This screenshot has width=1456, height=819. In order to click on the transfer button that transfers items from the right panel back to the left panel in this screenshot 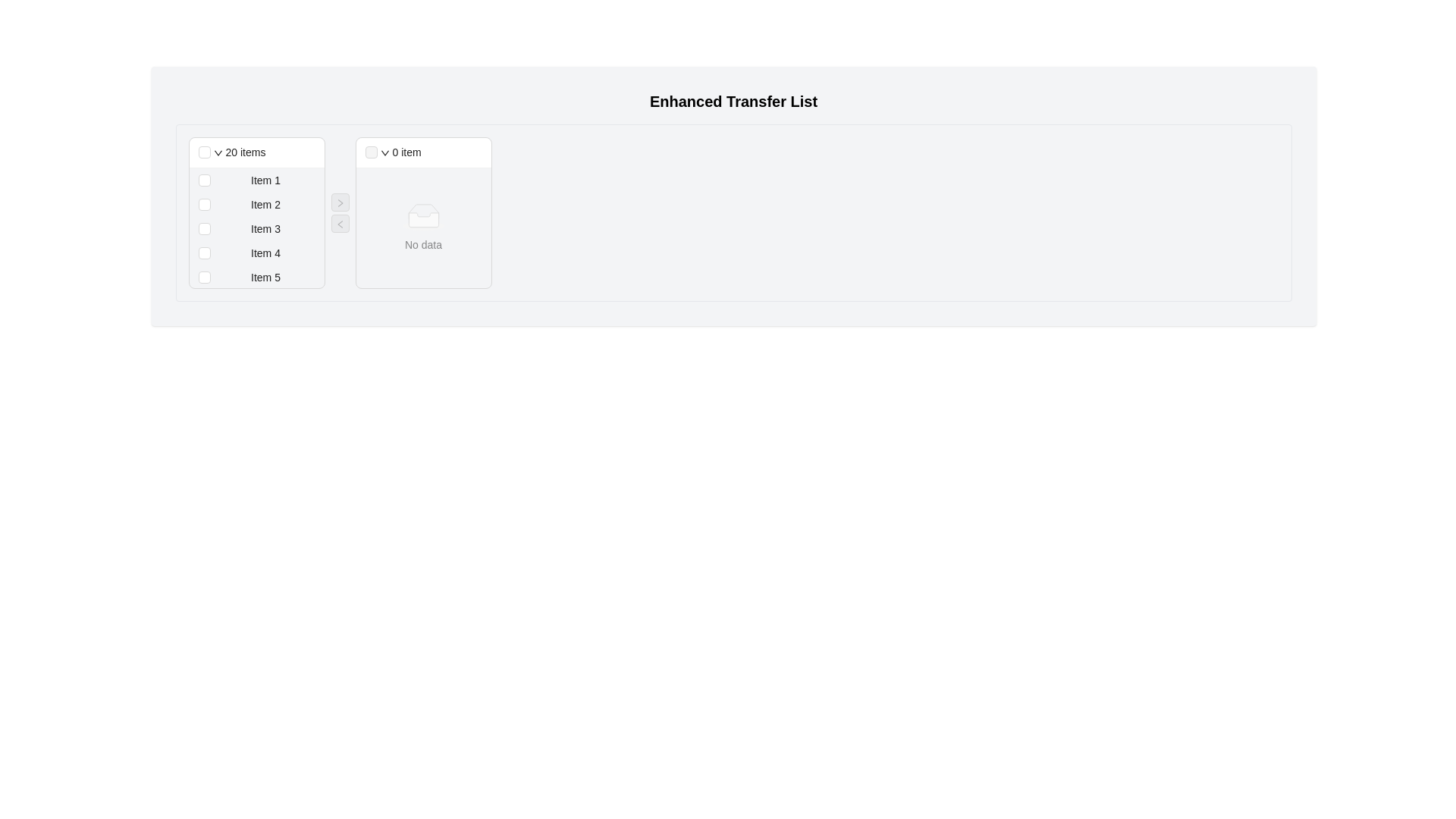, I will do `click(339, 224)`.